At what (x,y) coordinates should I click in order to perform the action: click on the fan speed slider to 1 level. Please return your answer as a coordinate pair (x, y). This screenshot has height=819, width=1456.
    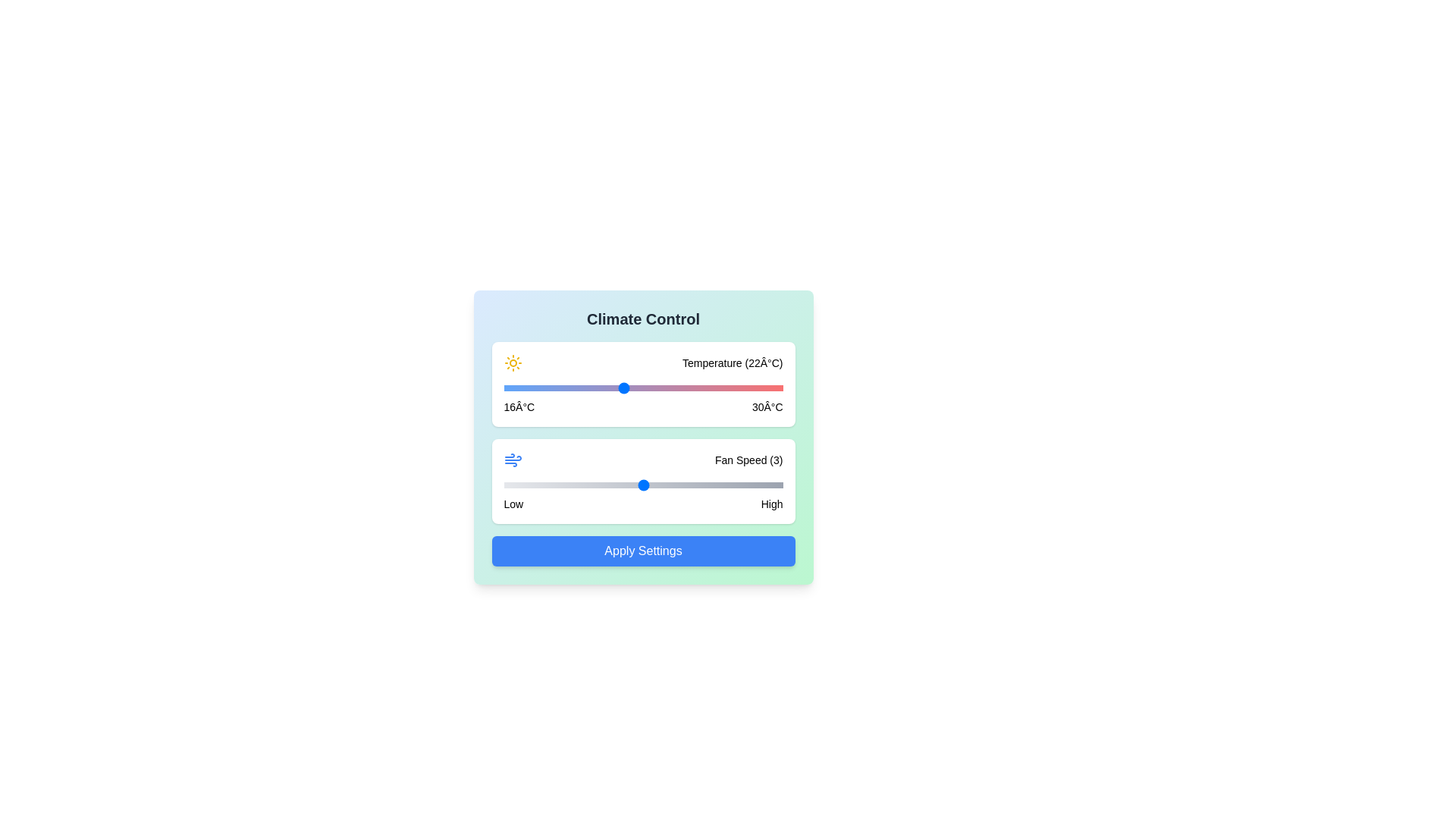
    Looking at the image, I should click on (504, 485).